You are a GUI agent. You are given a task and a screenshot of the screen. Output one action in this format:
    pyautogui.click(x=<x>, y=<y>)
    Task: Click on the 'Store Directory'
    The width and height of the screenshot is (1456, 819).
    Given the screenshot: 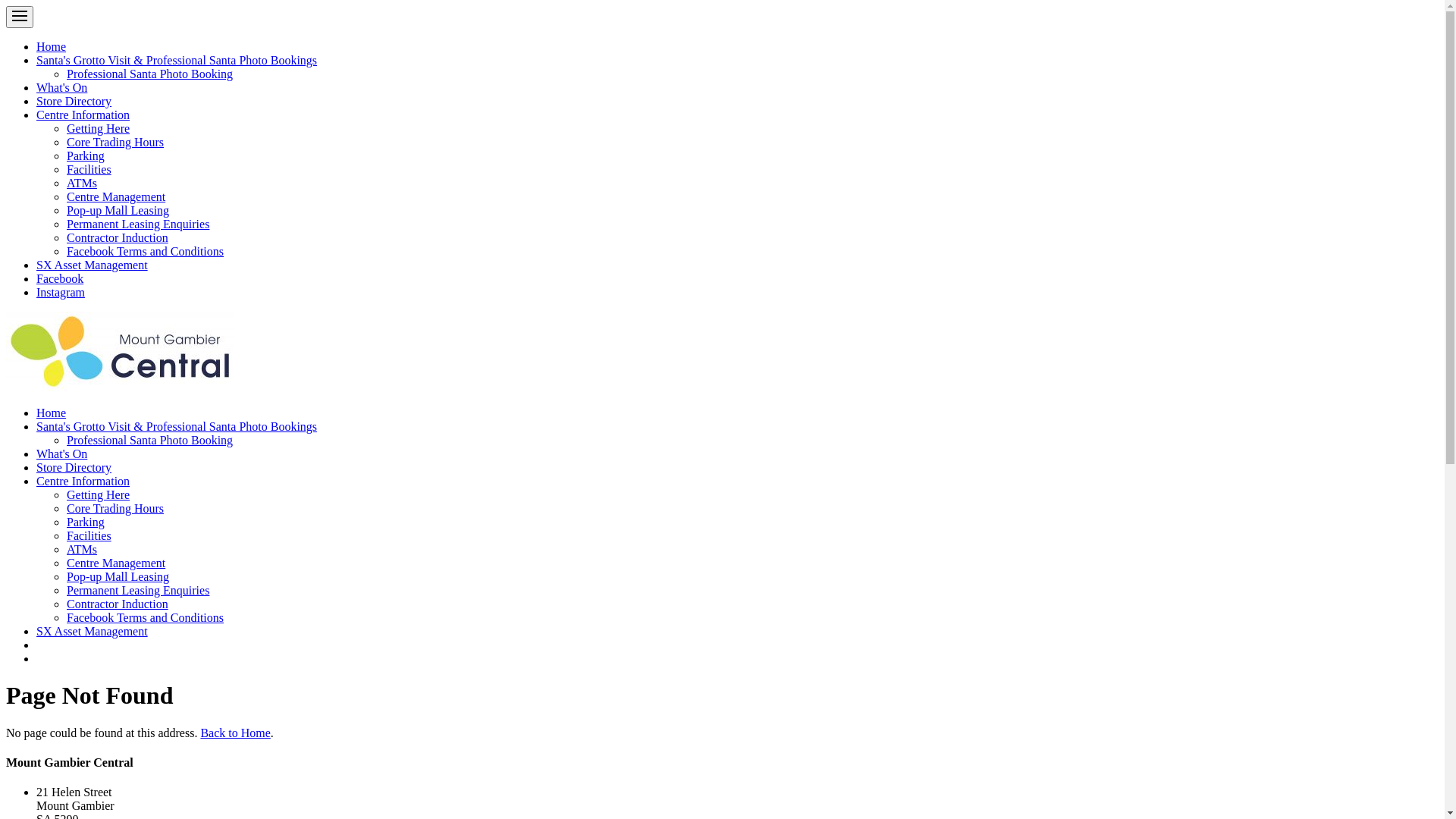 What is the action you would take?
    pyautogui.click(x=73, y=466)
    